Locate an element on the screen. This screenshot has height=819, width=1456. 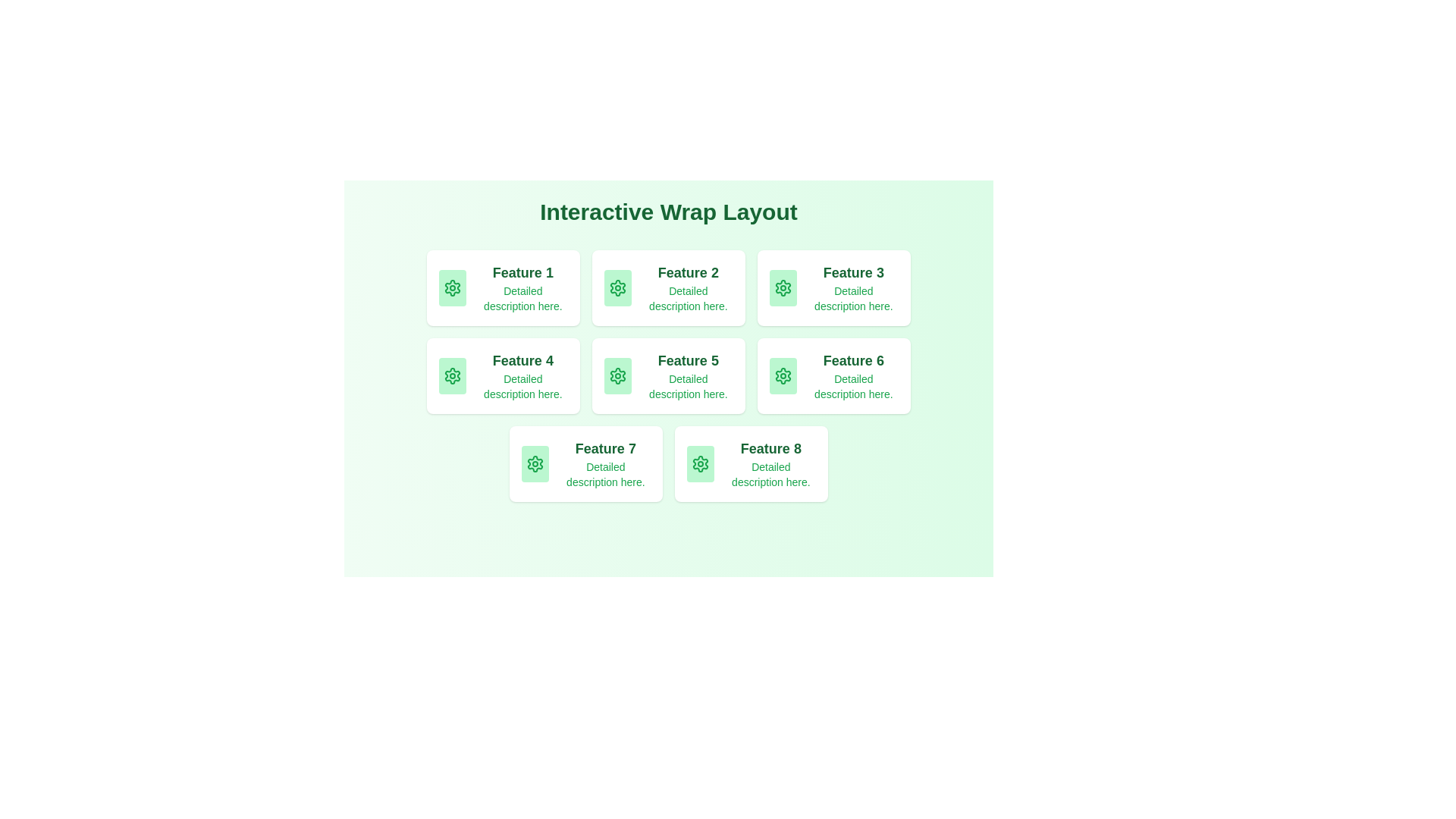
text from the Feature card located in the last row and last column of the grid layout, adjacent to the 'Feature 7' box is located at coordinates (751, 463).